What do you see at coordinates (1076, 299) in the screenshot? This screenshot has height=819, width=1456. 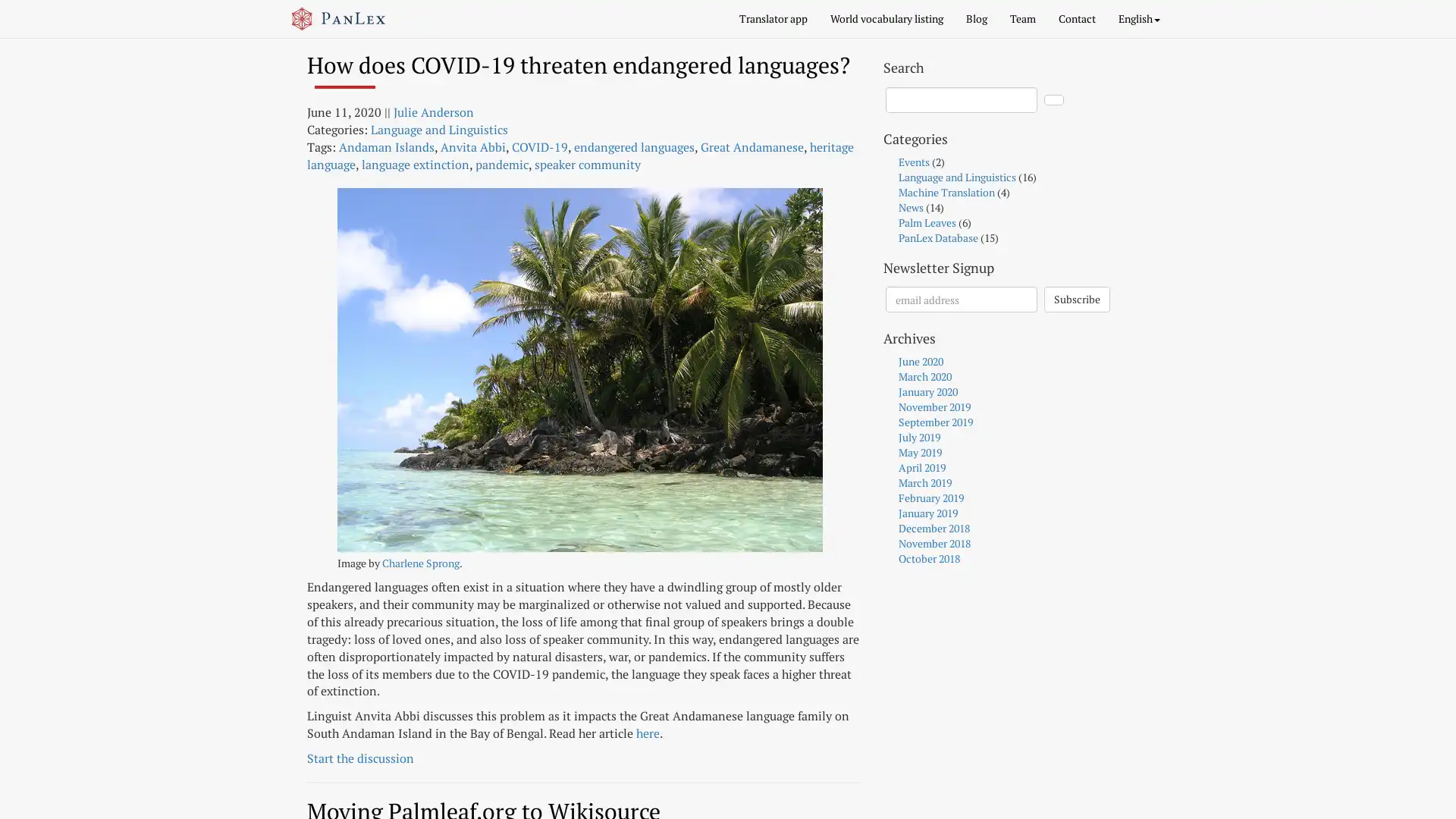 I see `Subscribe` at bounding box center [1076, 299].